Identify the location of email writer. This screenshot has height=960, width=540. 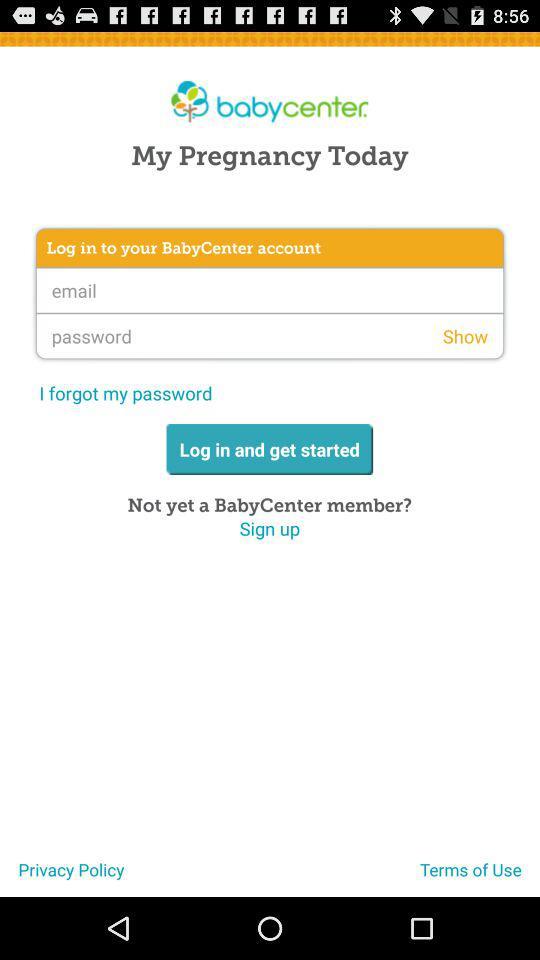
(270, 289).